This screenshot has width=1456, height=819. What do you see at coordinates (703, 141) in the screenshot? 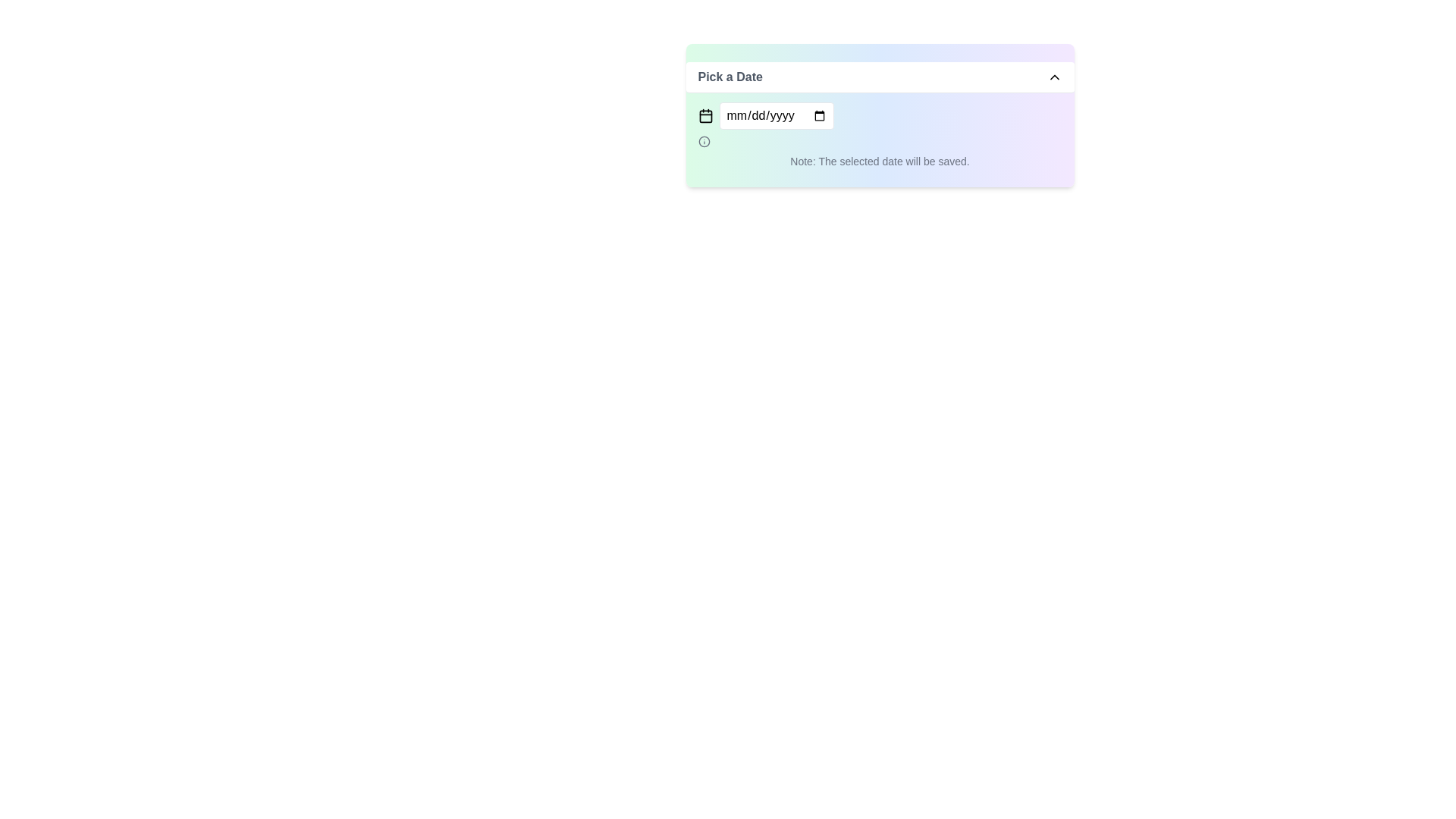
I see `the gray circular info icon located under the date input field, to the left of the note text that reads 'Note: The selected date will be saved.'` at bounding box center [703, 141].